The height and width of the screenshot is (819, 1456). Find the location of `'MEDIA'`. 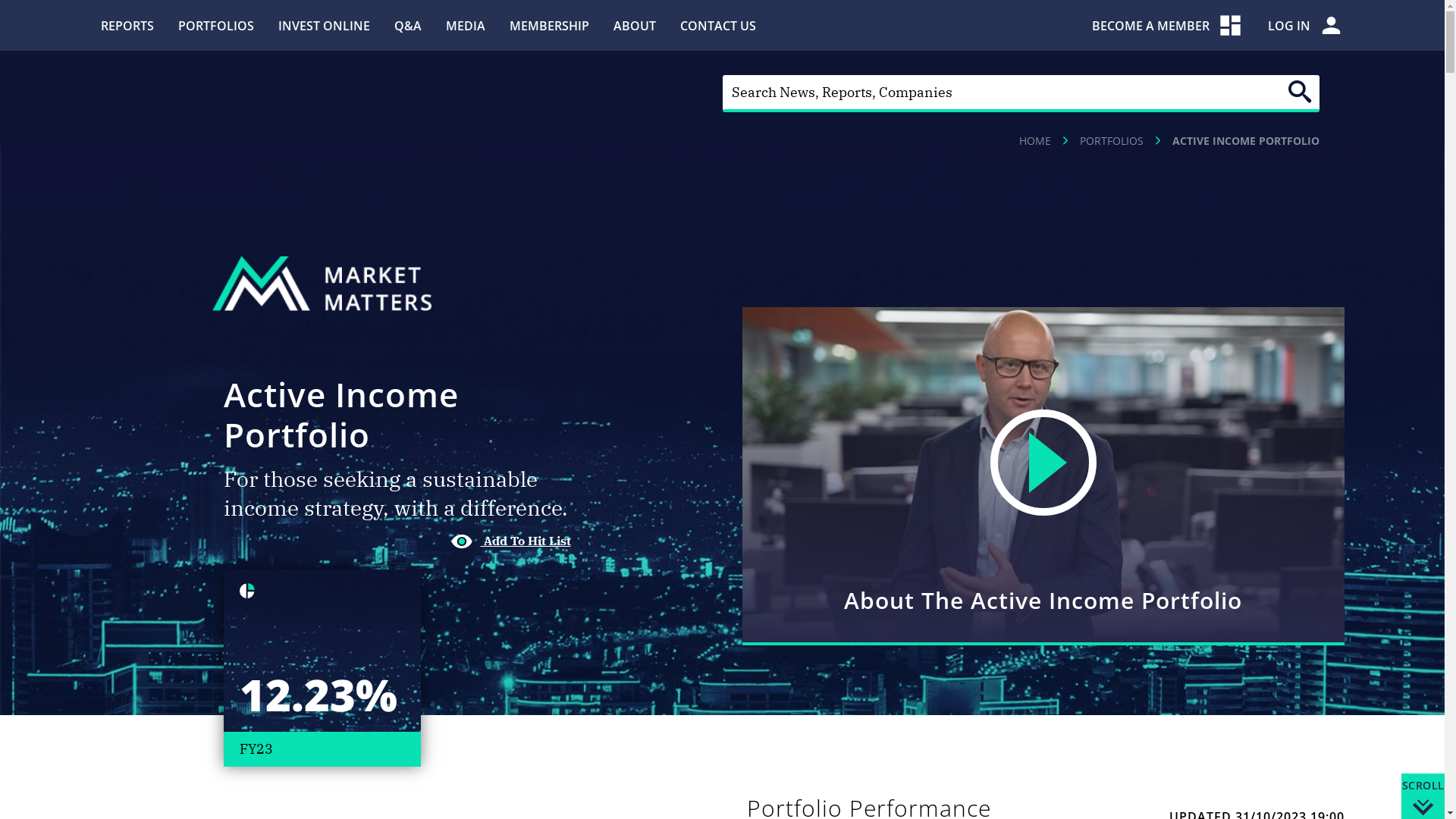

'MEDIA' is located at coordinates (445, 25).